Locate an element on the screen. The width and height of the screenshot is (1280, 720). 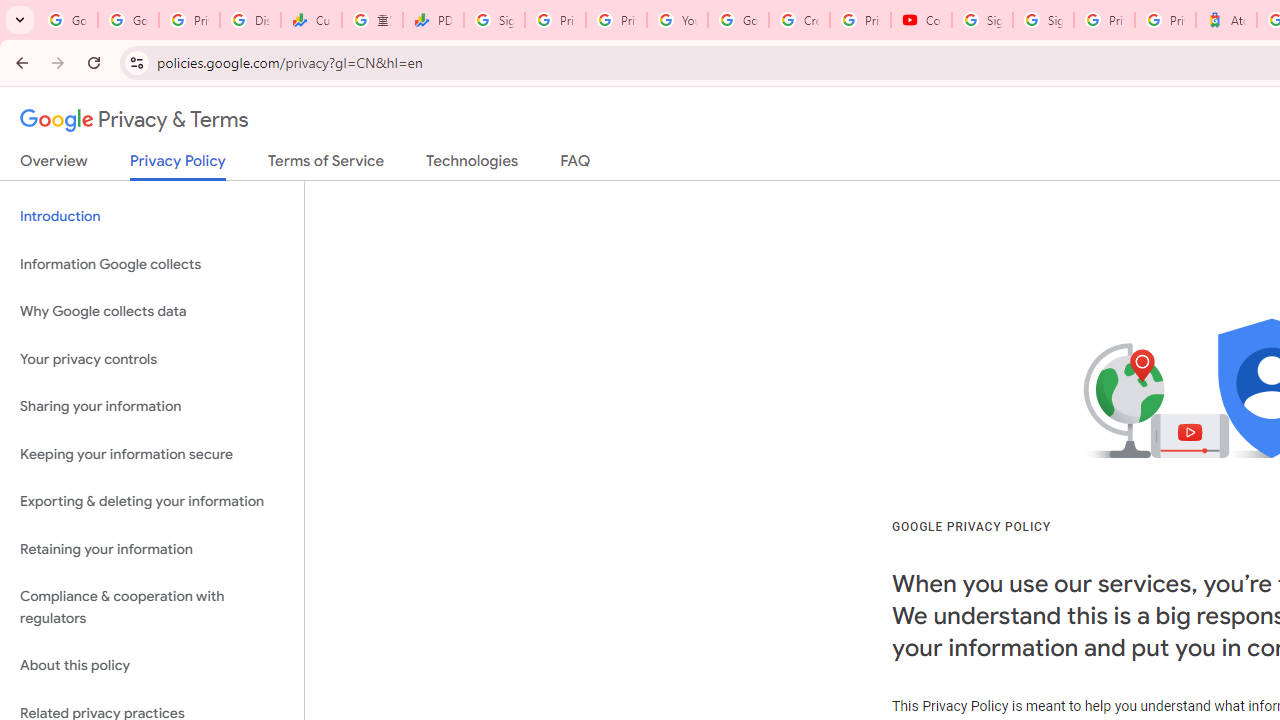
'PDD Holdings Inc - ADR (PDD) Price & News - Google Finance' is located at coordinates (432, 20).